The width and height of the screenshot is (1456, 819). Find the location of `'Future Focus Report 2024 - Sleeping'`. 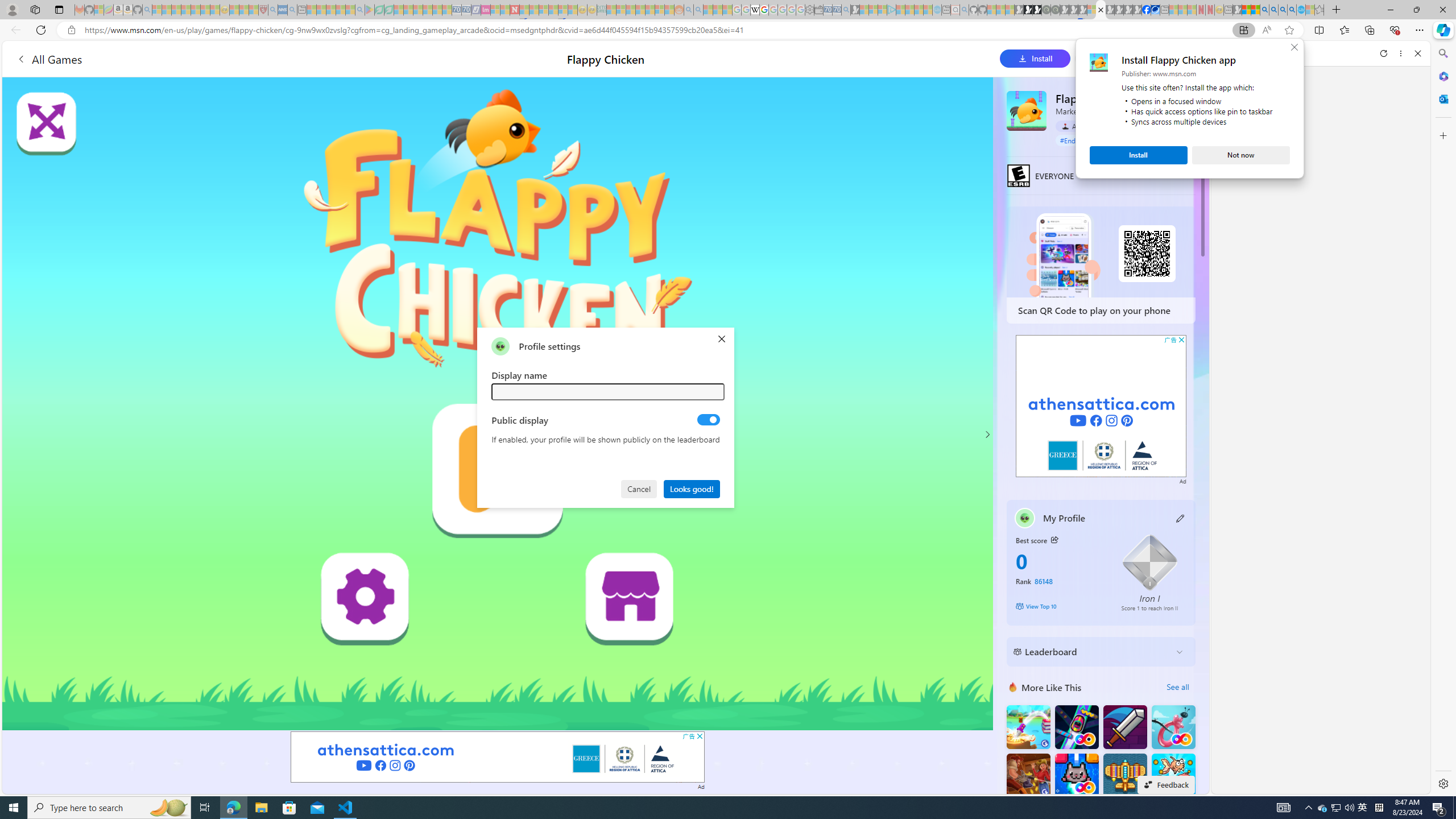

'Future Focus Report 2024 - Sleeping' is located at coordinates (1054, 9).